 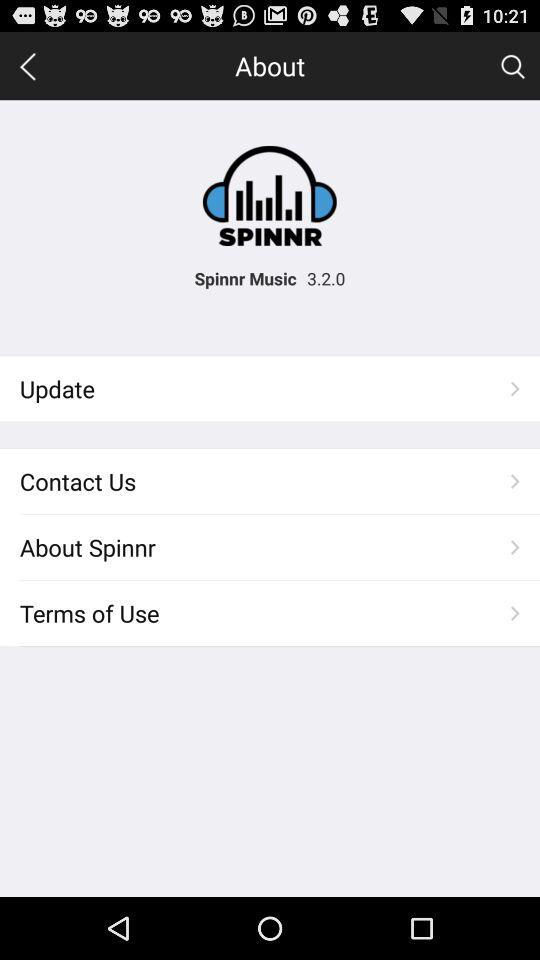 What do you see at coordinates (512, 65) in the screenshot?
I see `the search icon at the top right of the web page` at bounding box center [512, 65].